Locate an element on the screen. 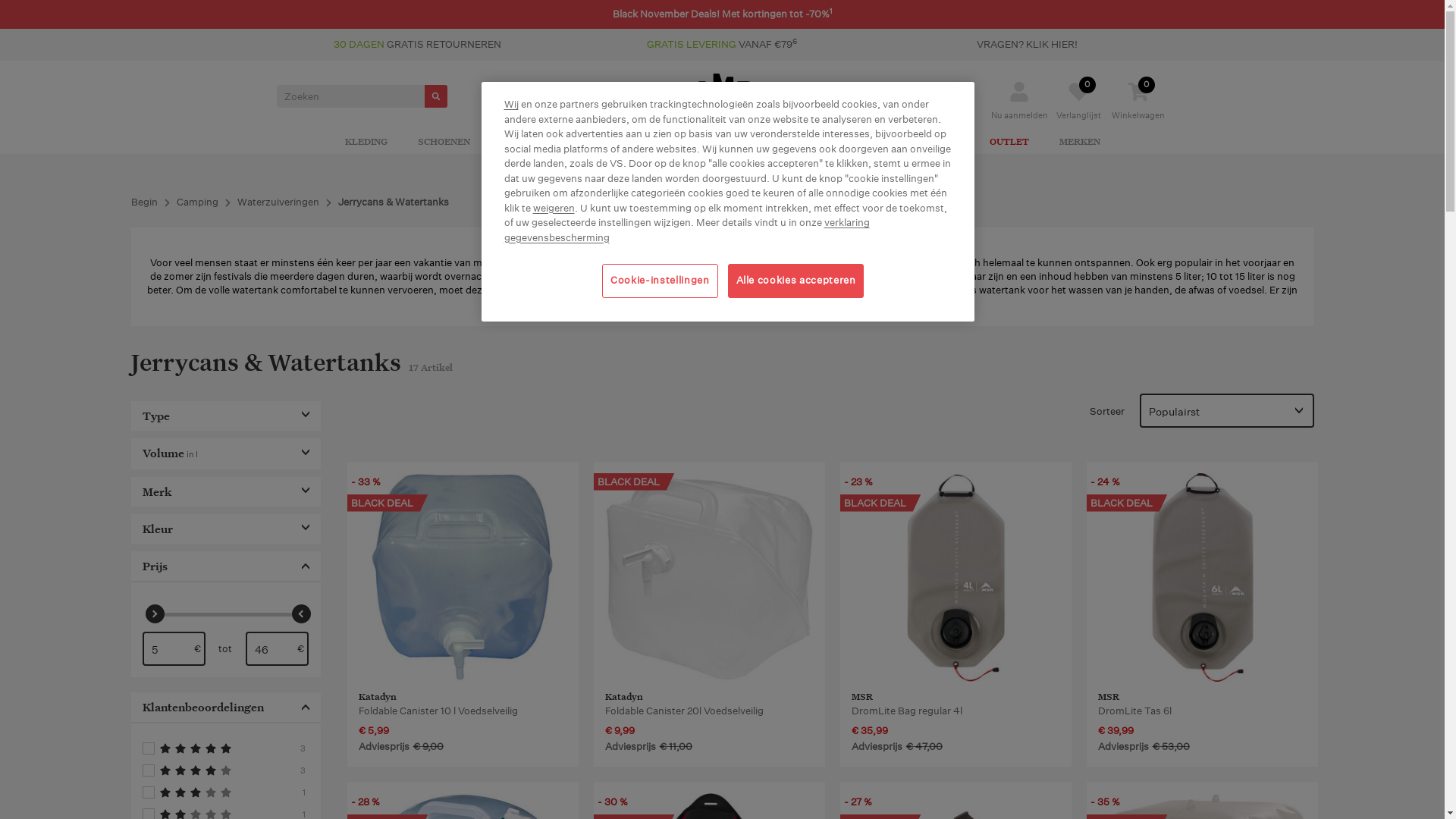 This screenshot has width=1456, height=819. 'Cookie-instellingen' is located at coordinates (659, 281).